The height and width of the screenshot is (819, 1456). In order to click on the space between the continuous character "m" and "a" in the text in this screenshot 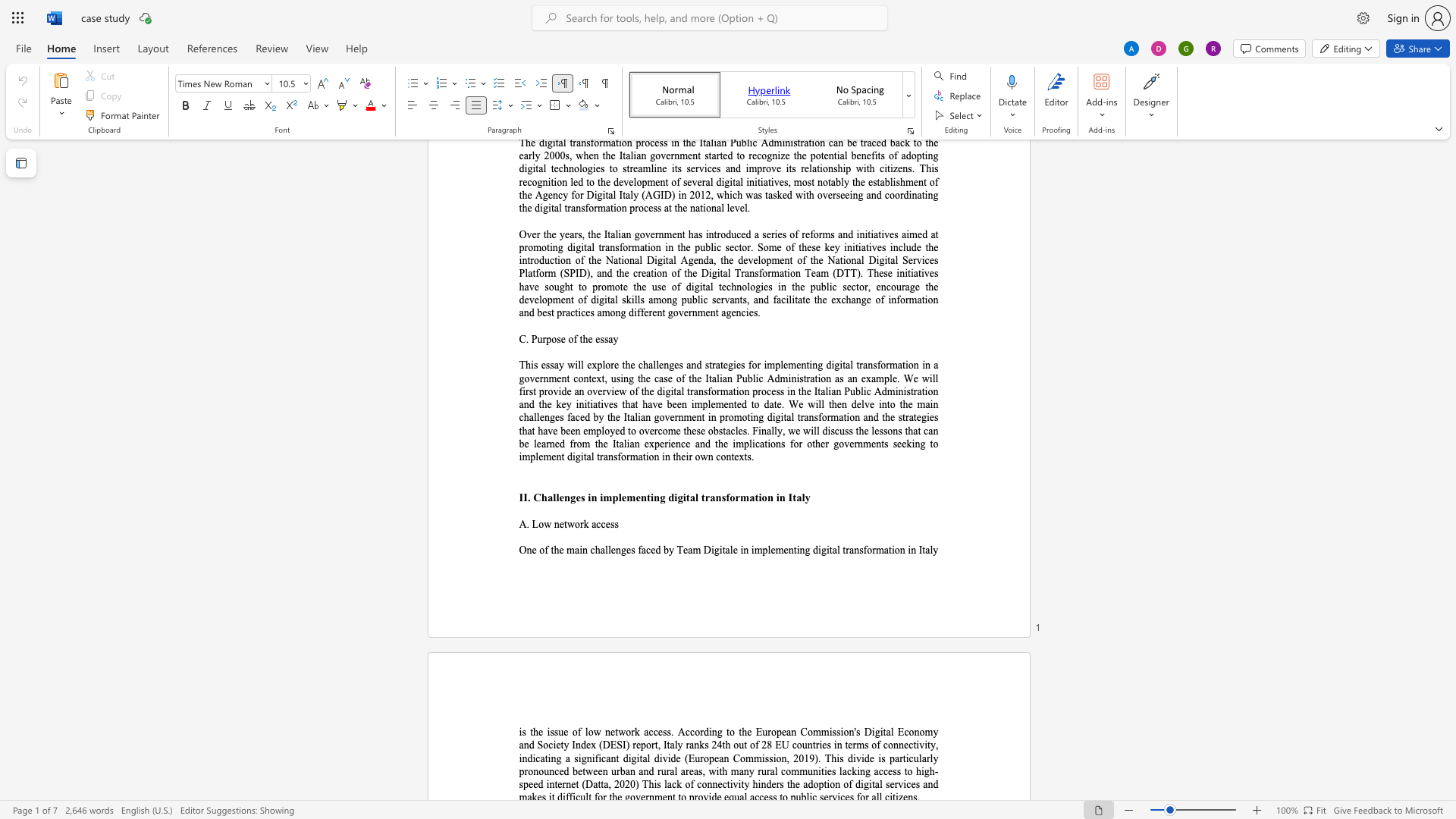, I will do `click(748, 497)`.